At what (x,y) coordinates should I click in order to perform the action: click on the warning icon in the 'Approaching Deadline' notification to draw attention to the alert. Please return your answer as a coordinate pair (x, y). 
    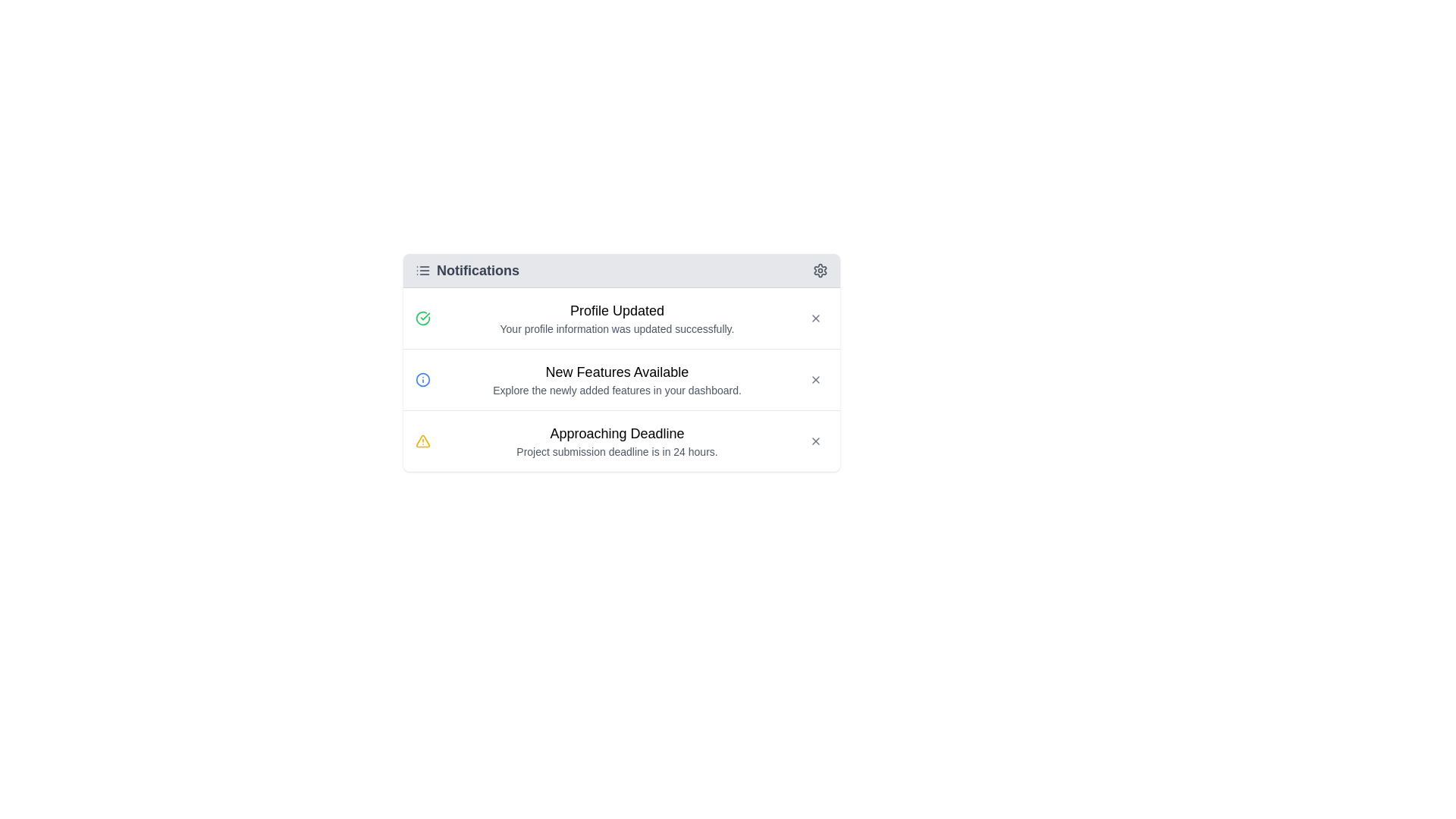
    Looking at the image, I should click on (422, 441).